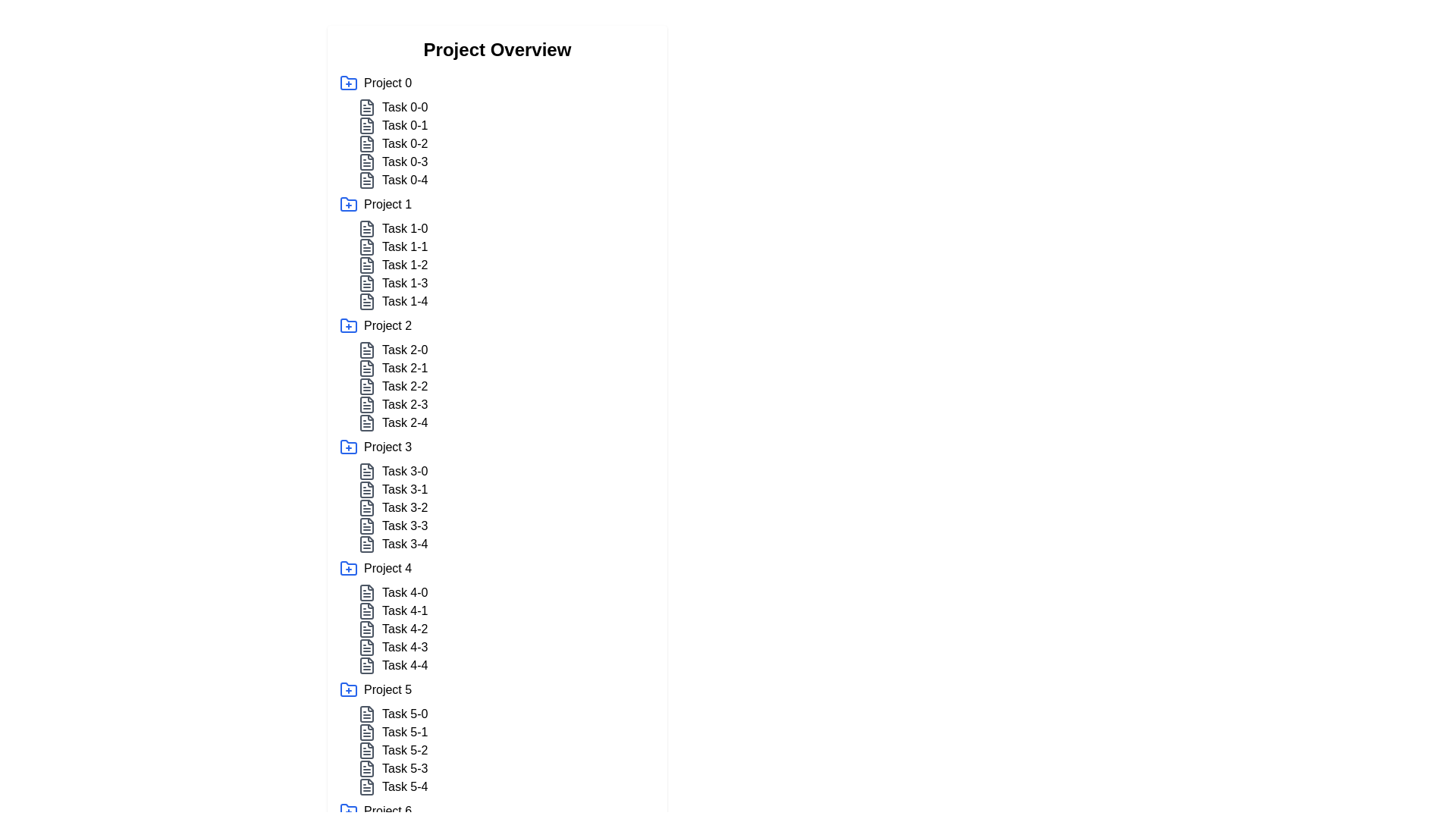  I want to click on the text label displaying 'Task 4-1', which is the second item under 'Project 4' in the structured layout, so click(405, 610).